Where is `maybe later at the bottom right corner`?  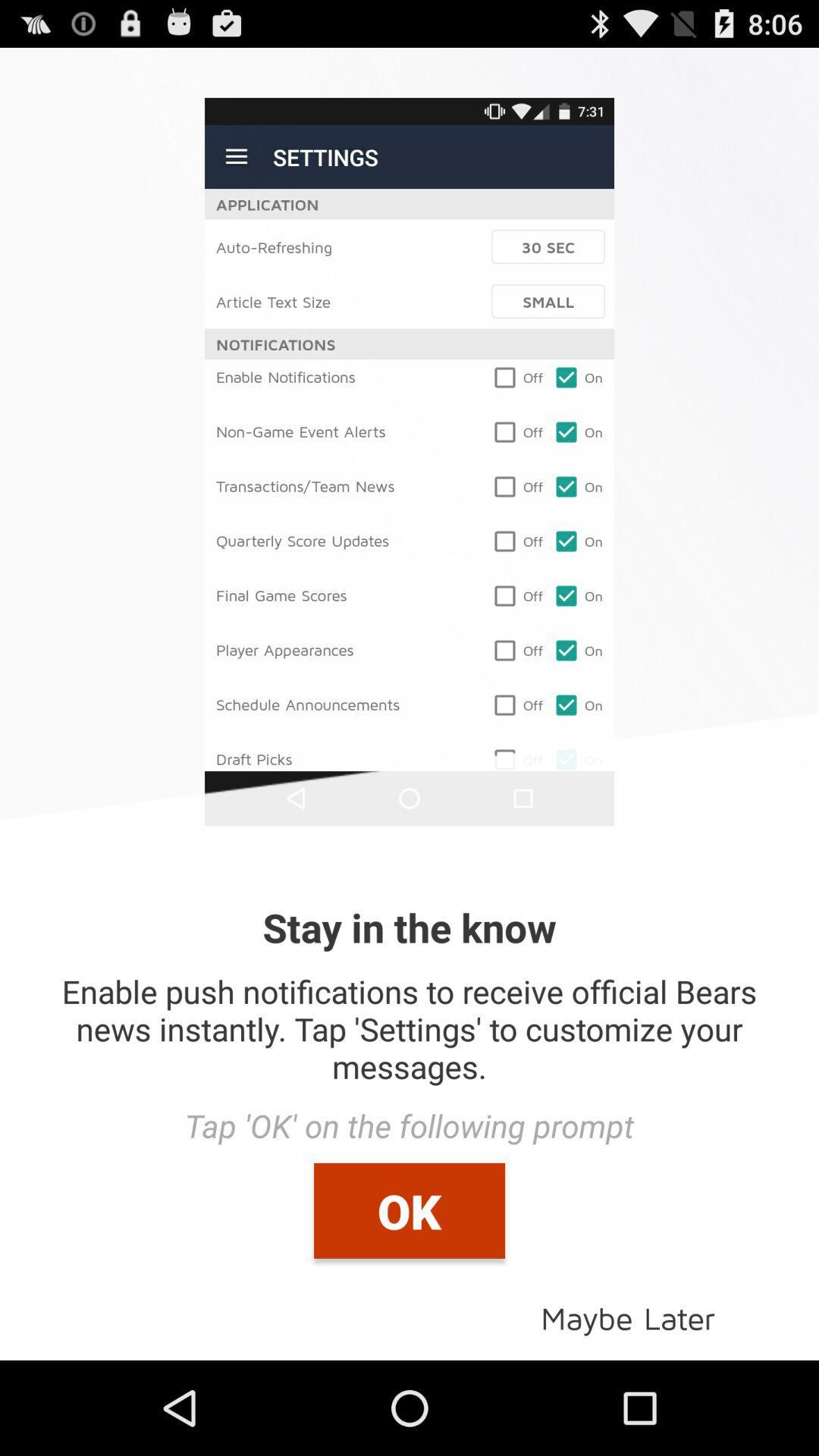
maybe later at the bottom right corner is located at coordinates (628, 1316).